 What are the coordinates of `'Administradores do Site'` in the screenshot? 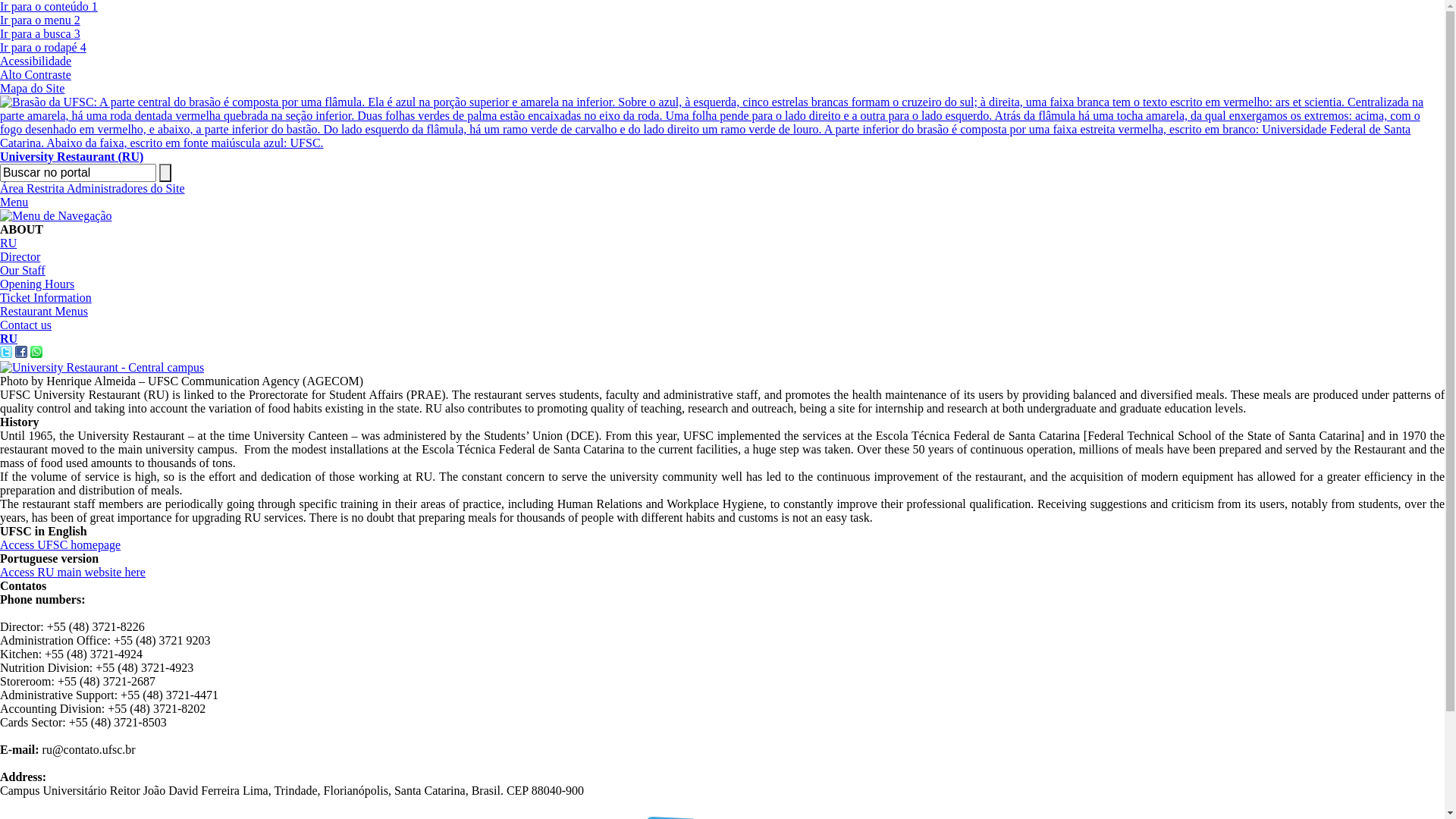 It's located at (126, 187).